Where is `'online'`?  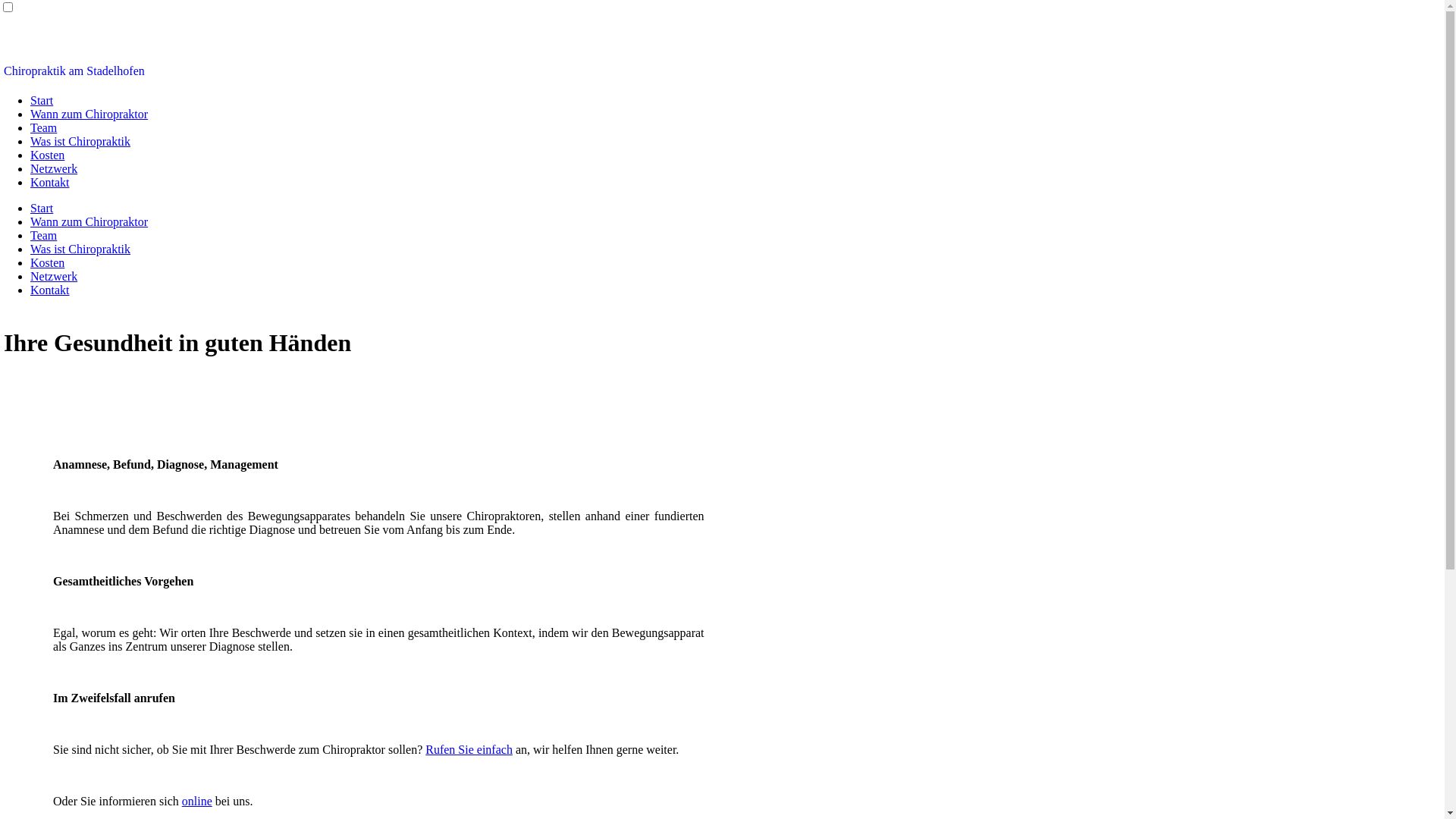 'online' is located at coordinates (196, 800).